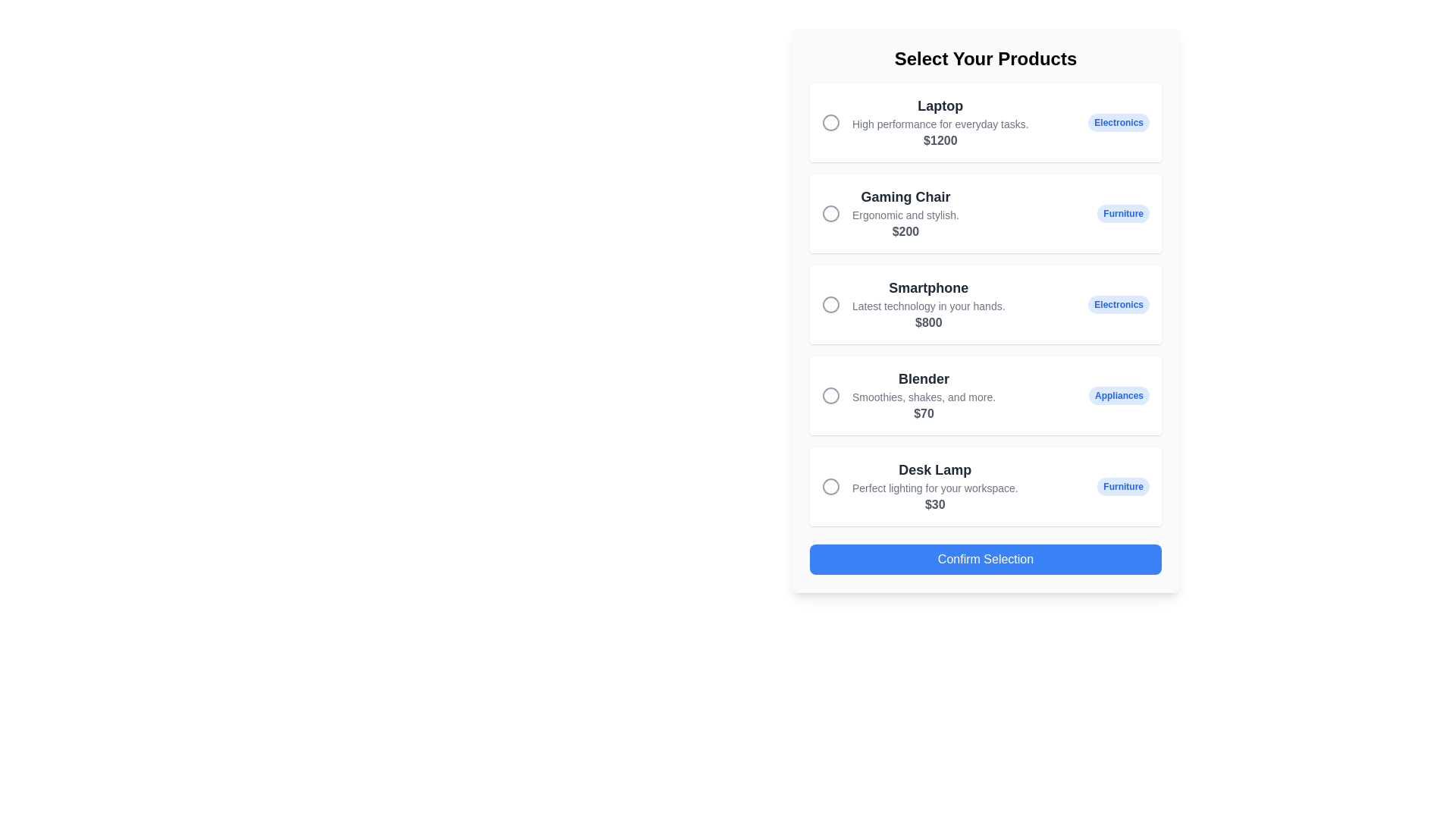  Describe the element at coordinates (927, 306) in the screenshot. I see `the static text description element that provides details about the product 'Smartphone', located below the title and above the price` at that location.